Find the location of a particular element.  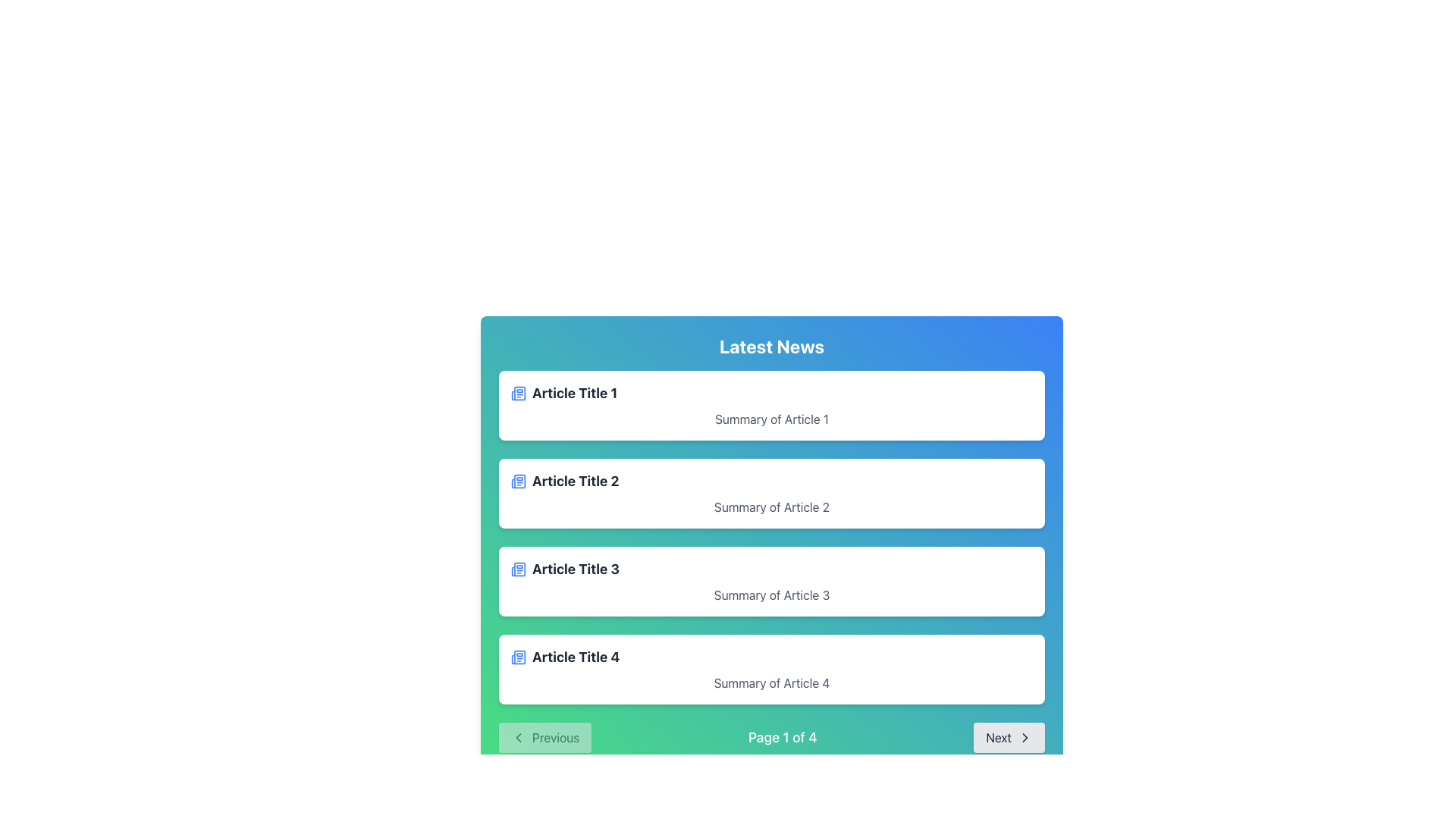

the small blue newspaper icon located to the left of 'Article Title 1' in the first news item is located at coordinates (519, 391).